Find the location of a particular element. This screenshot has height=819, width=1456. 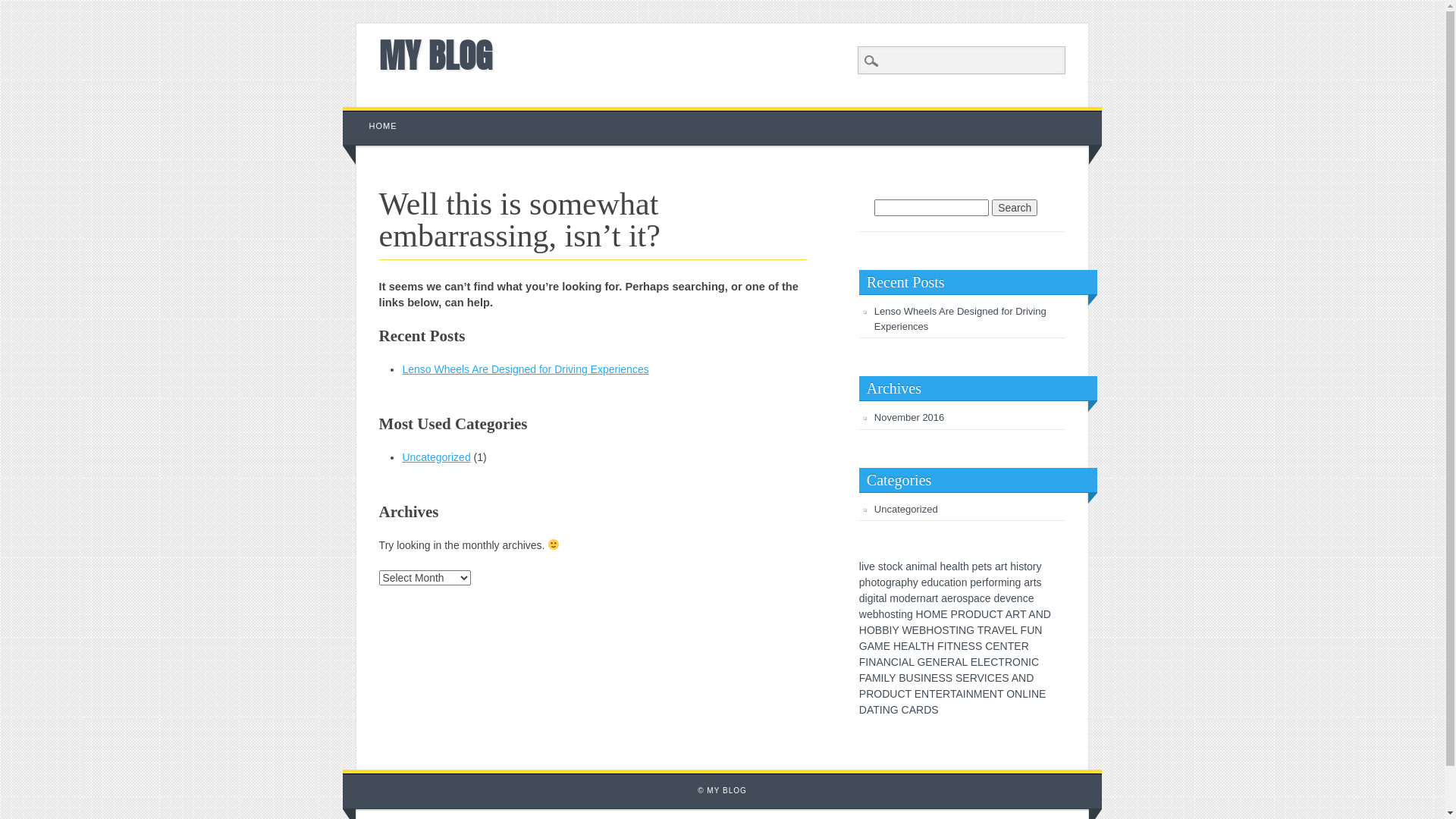

'L' is located at coordinates (964, 661).